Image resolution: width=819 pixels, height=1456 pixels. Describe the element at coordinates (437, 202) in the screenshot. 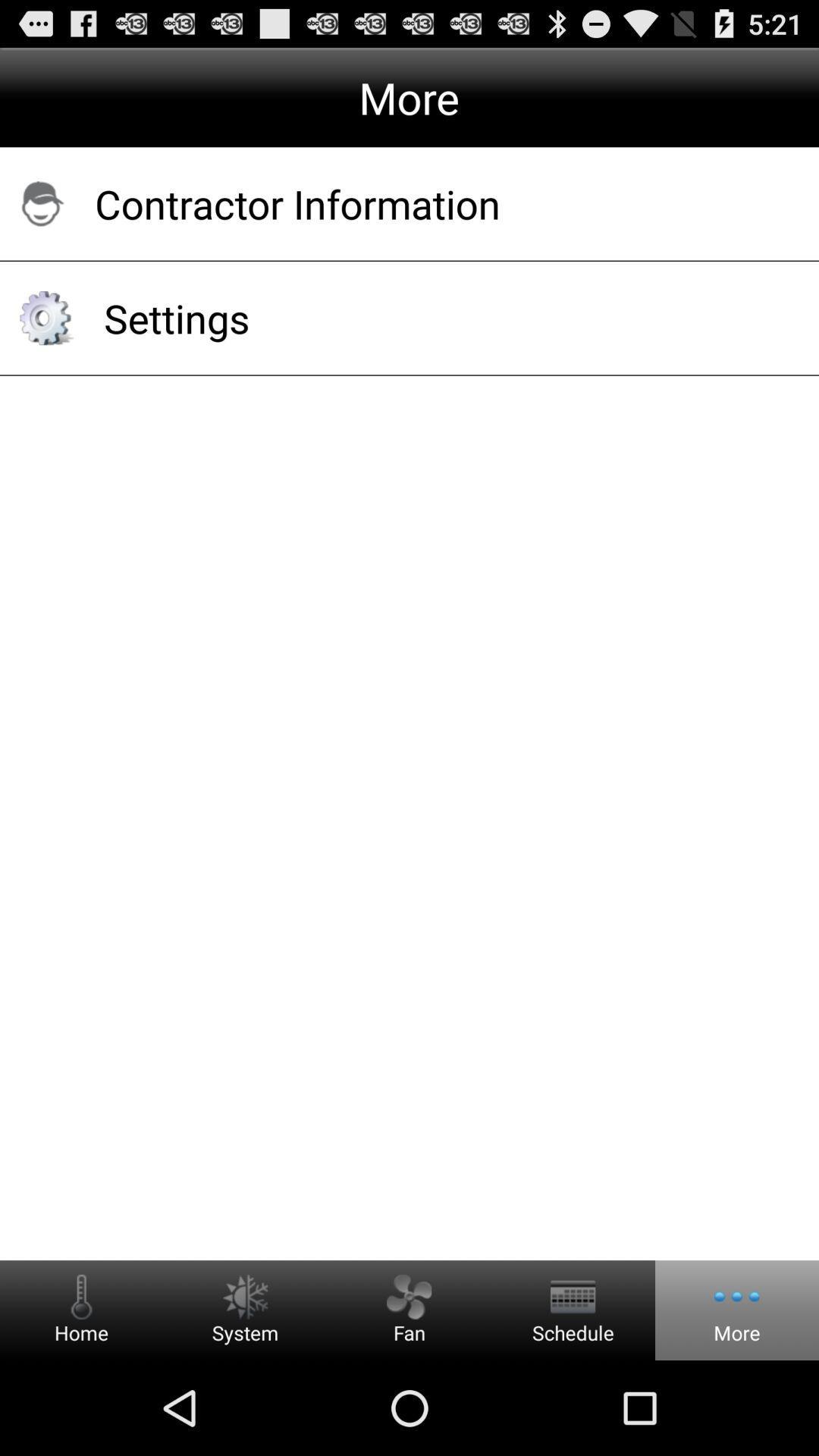

I see `contractor information app` at that location.